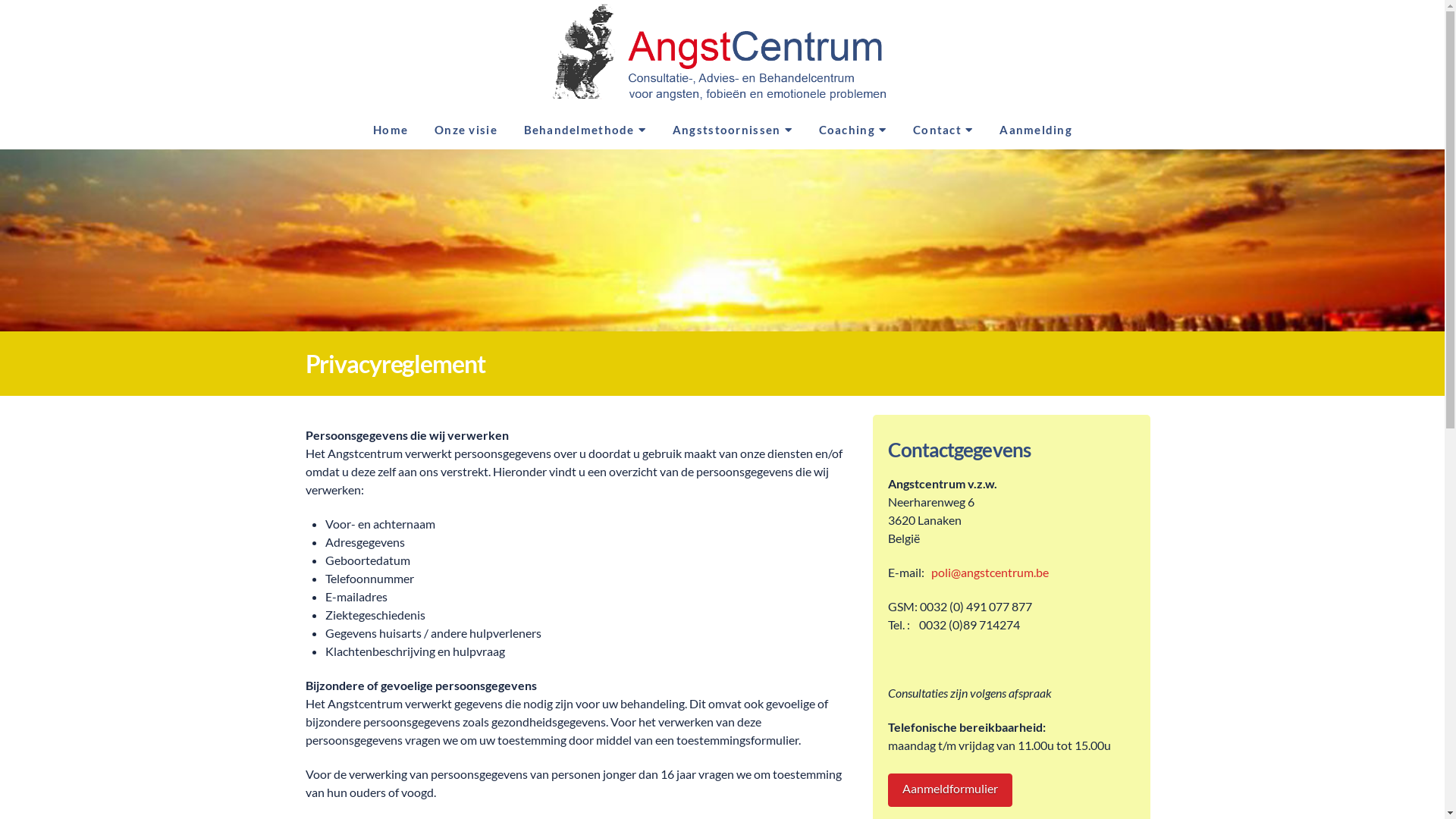  What do you see at coordinates (949, 789) in the screenshot?
I see `'Aanmeldformulier'` at bounding box center [949, 789].